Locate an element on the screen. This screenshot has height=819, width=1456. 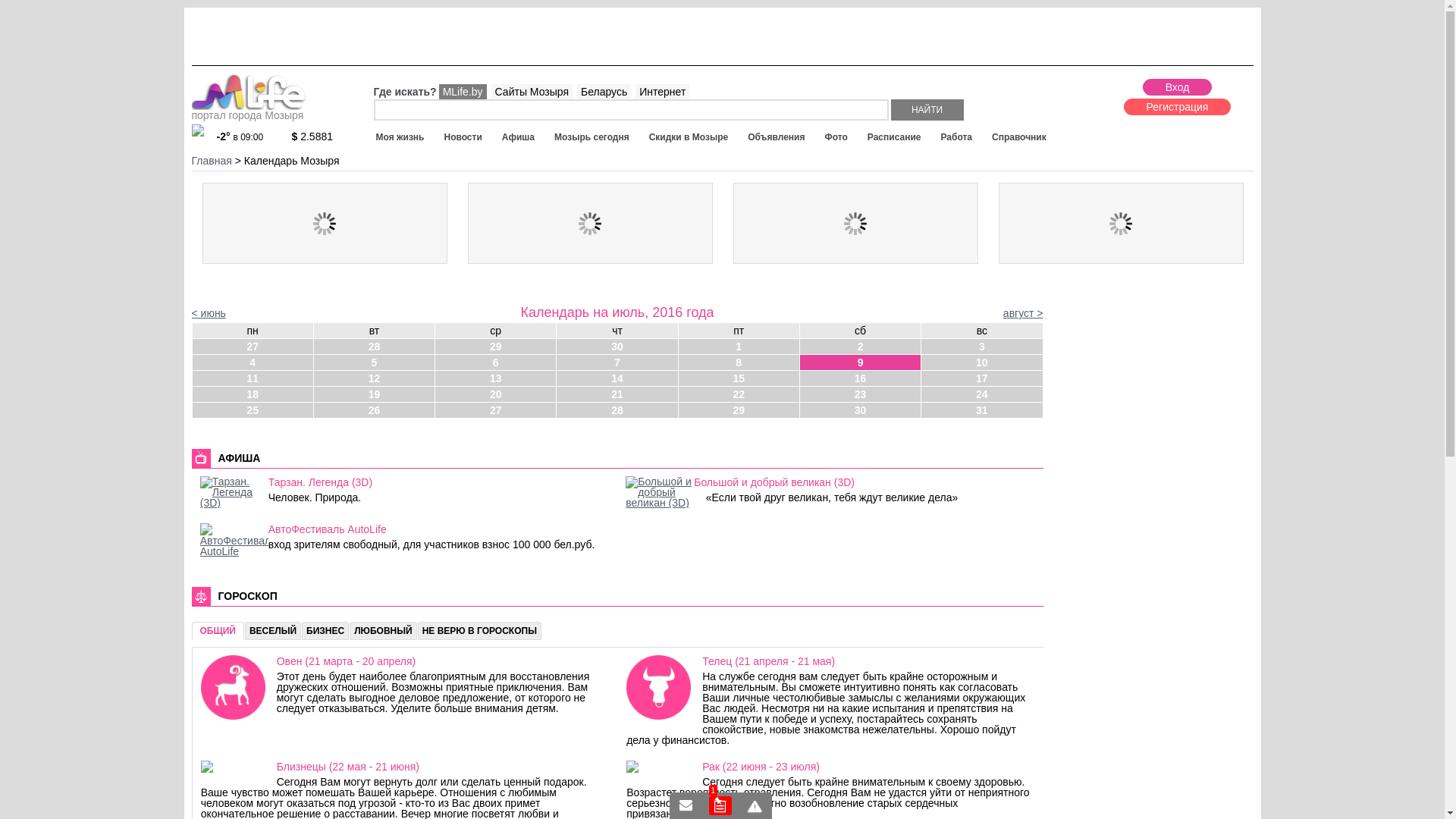
'16' is located at coordinates (860, 377).